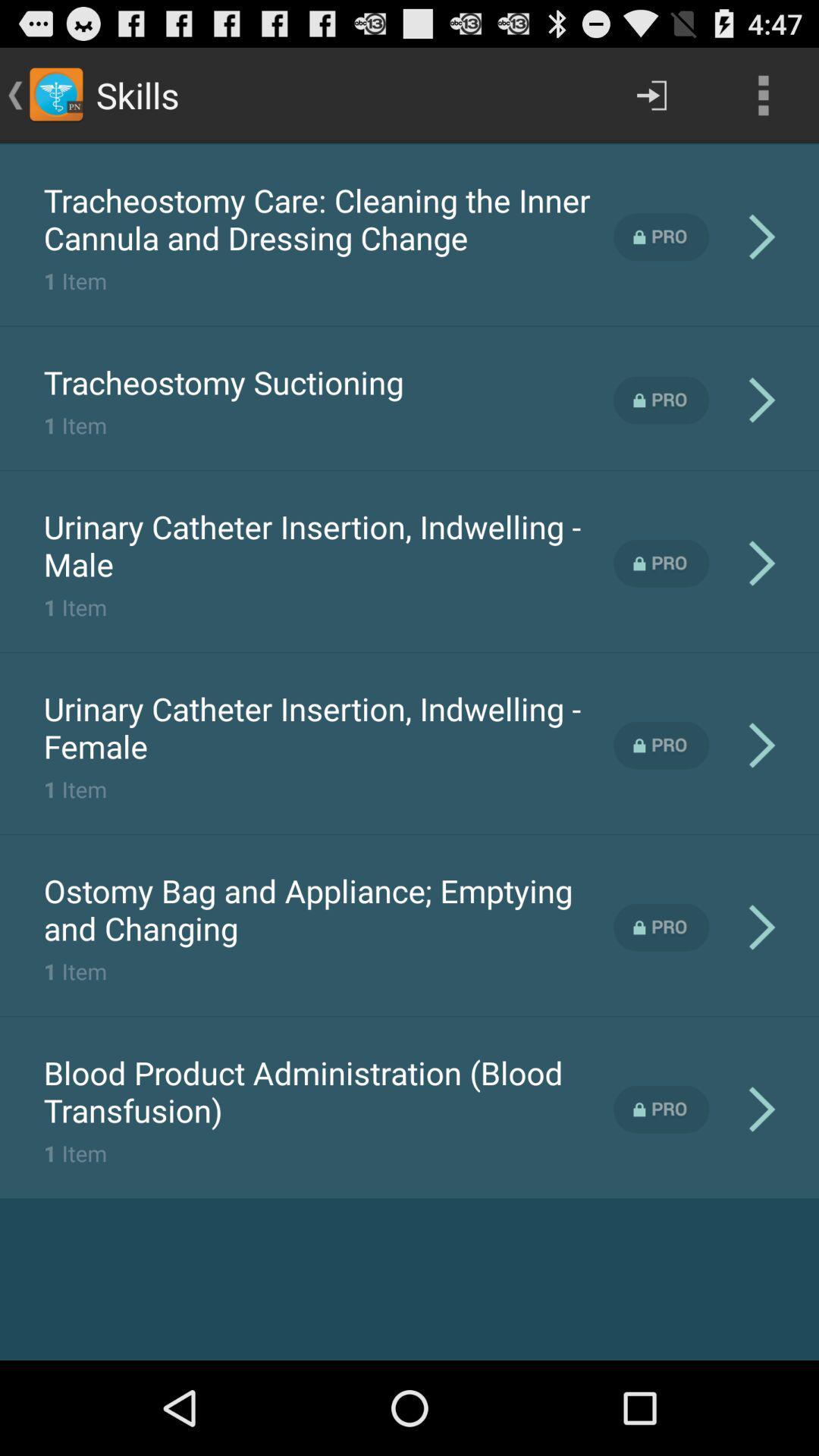 Image resolution: width=819 pixels, height=1456 pixels. What do you see at coordinates (661, 400) in the screenshot?
I see `upgrade to pro to unlock` at bounding box center [661, 400].